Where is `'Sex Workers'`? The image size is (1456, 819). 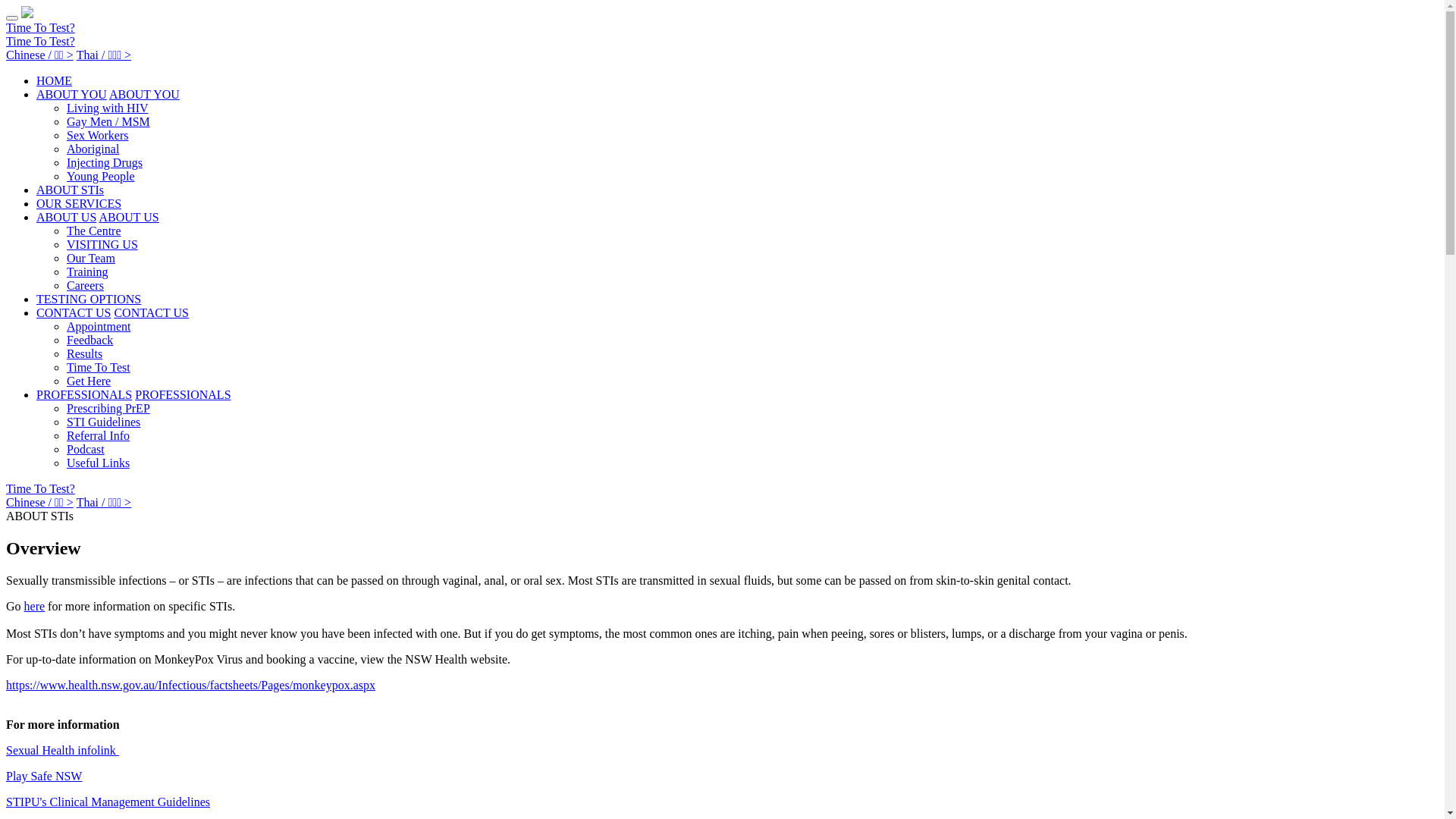
'Sex Workers' is located at coordinates (97, 134).